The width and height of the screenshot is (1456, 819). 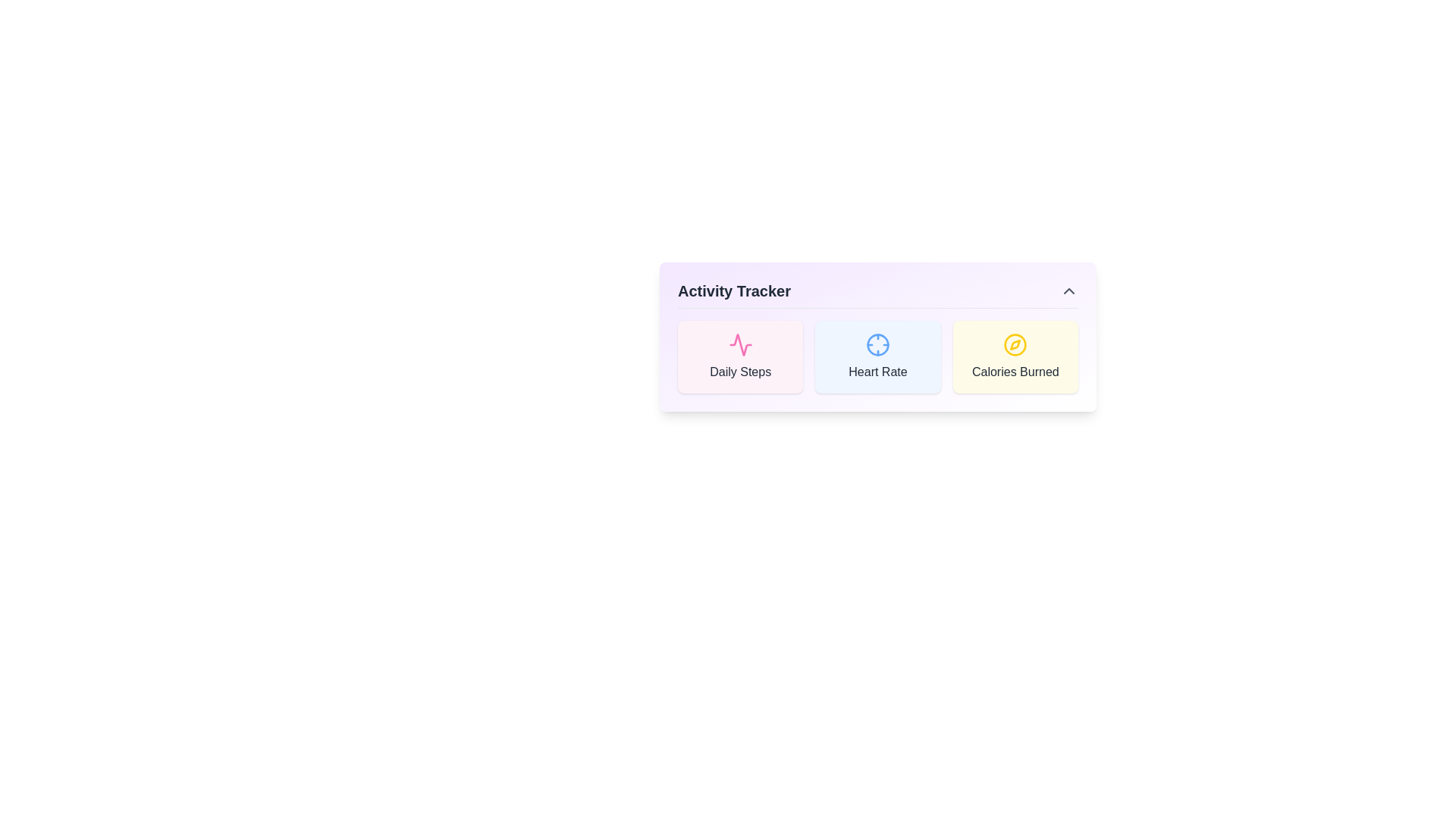 What do you see at coordinates (877, 345) in the screenshot?
I see `the SVG Circle element, which is a circular graphical component with a 10-unit radius, located within the 'Heart Rate' icon in the 'Activity Tracker' panel` at bounding box center [877, 345].